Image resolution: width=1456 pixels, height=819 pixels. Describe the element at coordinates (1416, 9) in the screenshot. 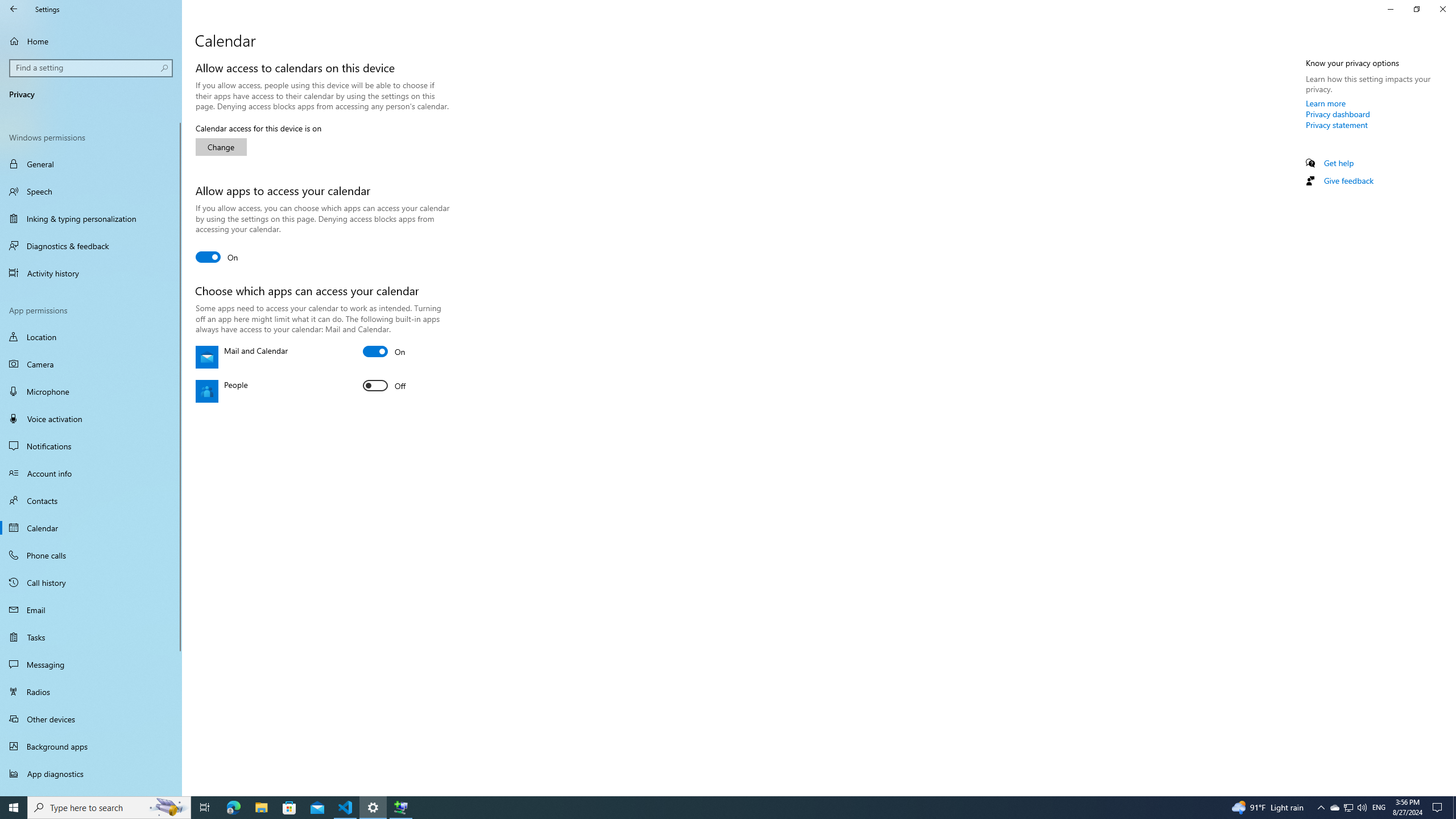

I see `'Restore Settings'` at that location.